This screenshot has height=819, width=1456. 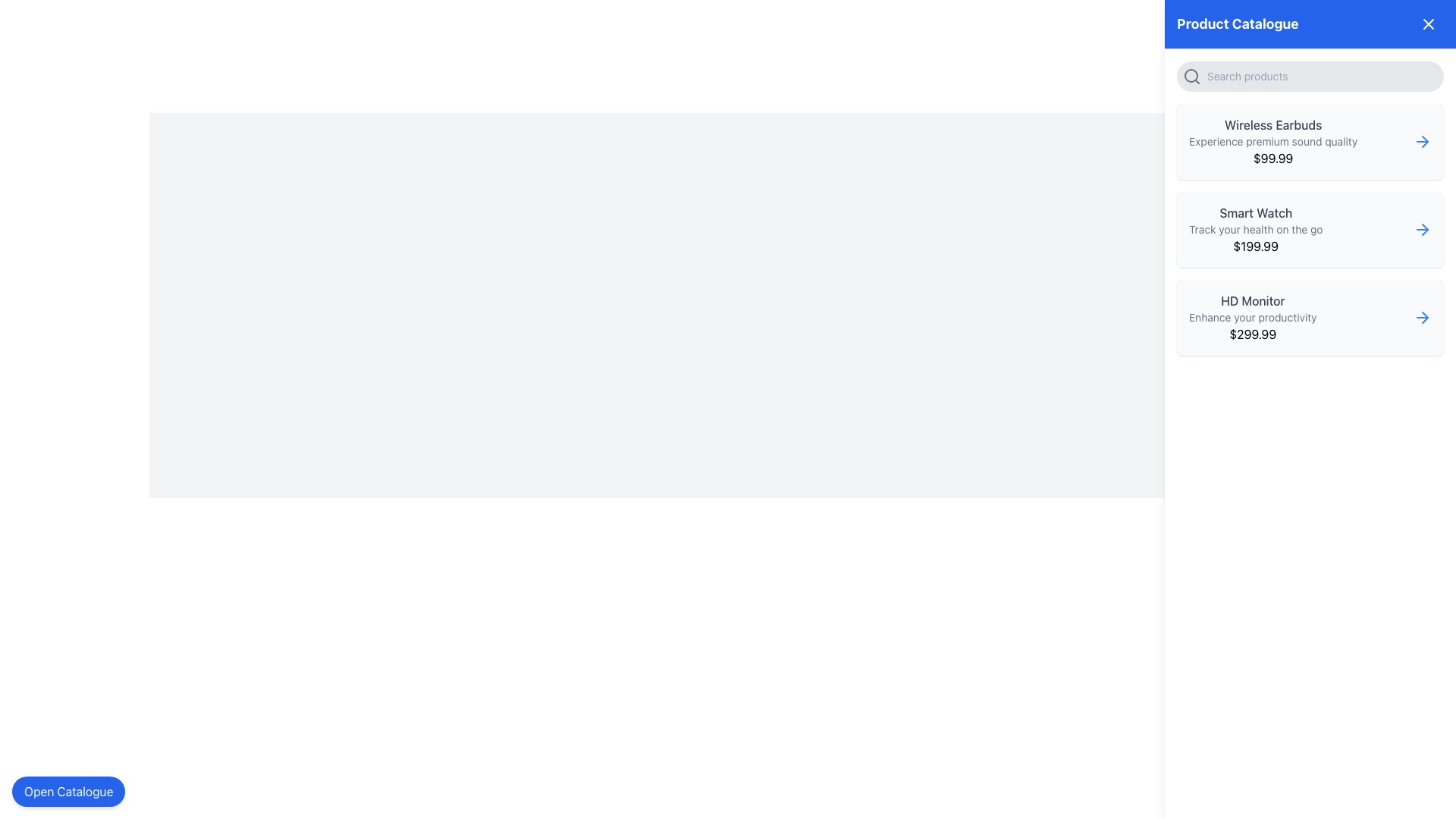 I want to click on the Close Button icon, which is a minimalist 'X' graphic located in the top-right corner of the blue header bar labeled 'Product Catalogue', so click(x=1427, y=24).